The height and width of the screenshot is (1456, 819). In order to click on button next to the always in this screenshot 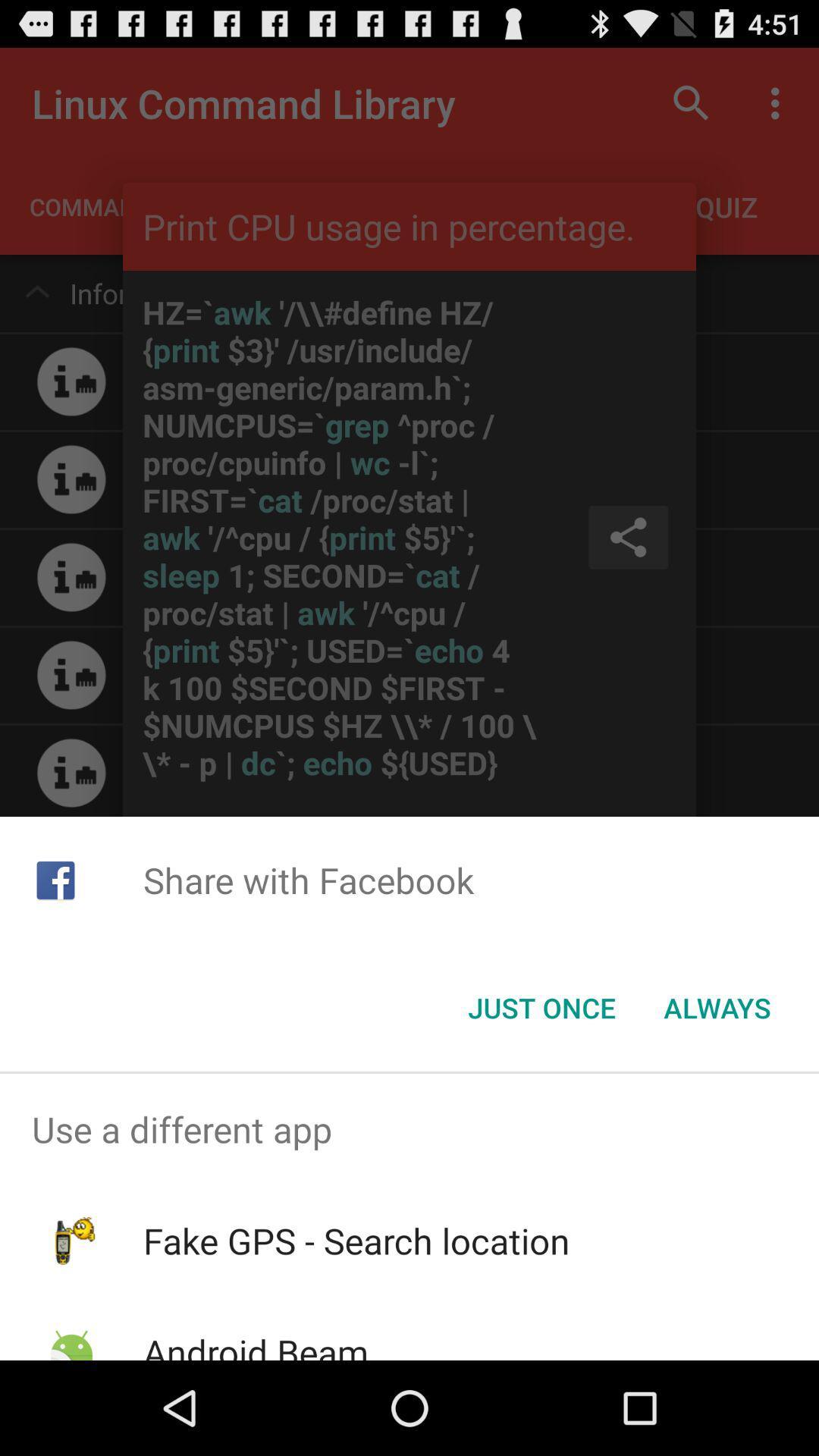, I will do `click(541, 1008)`.